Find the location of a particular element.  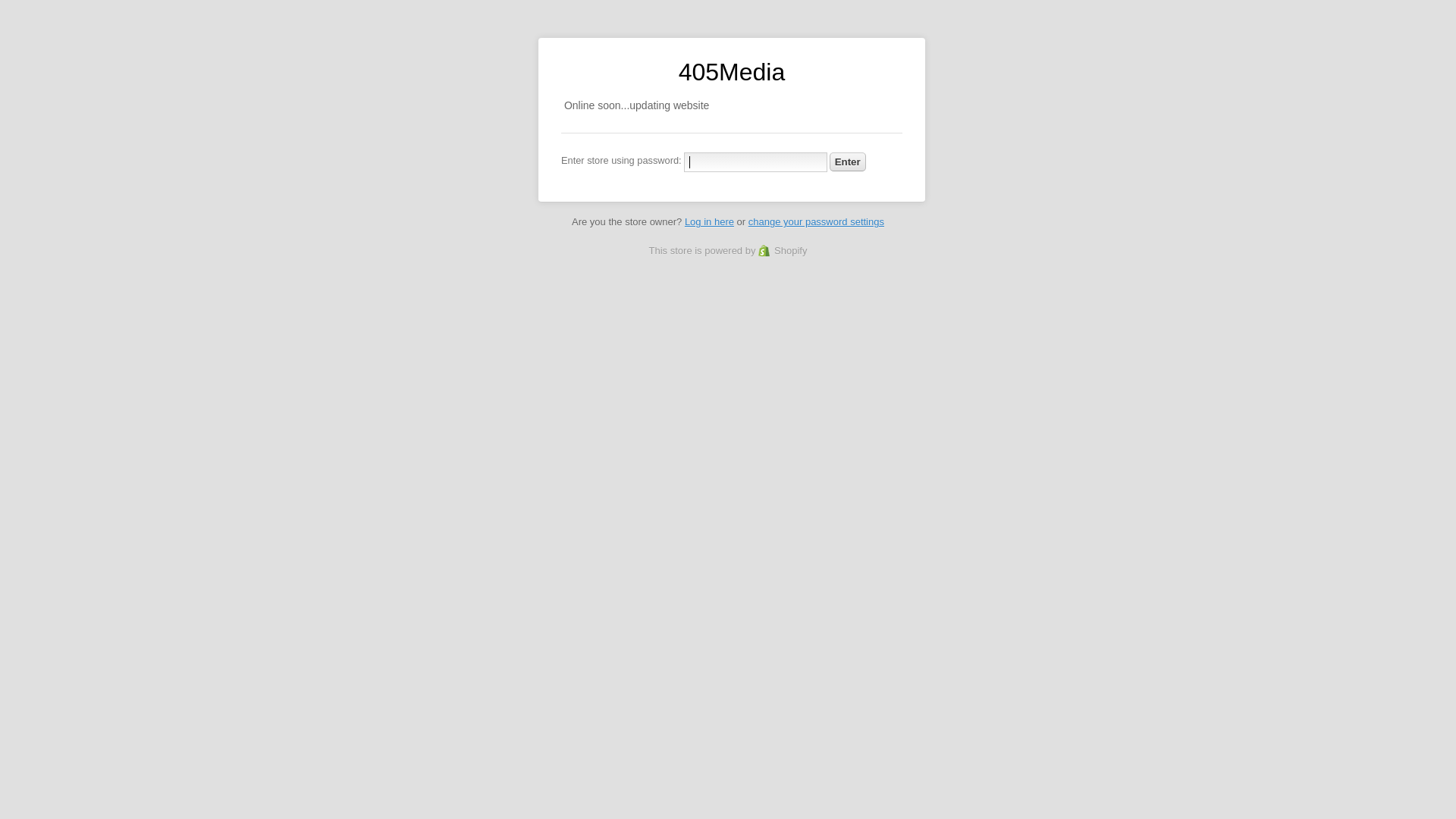

'Log in here' is located at coordinates (708, 221).